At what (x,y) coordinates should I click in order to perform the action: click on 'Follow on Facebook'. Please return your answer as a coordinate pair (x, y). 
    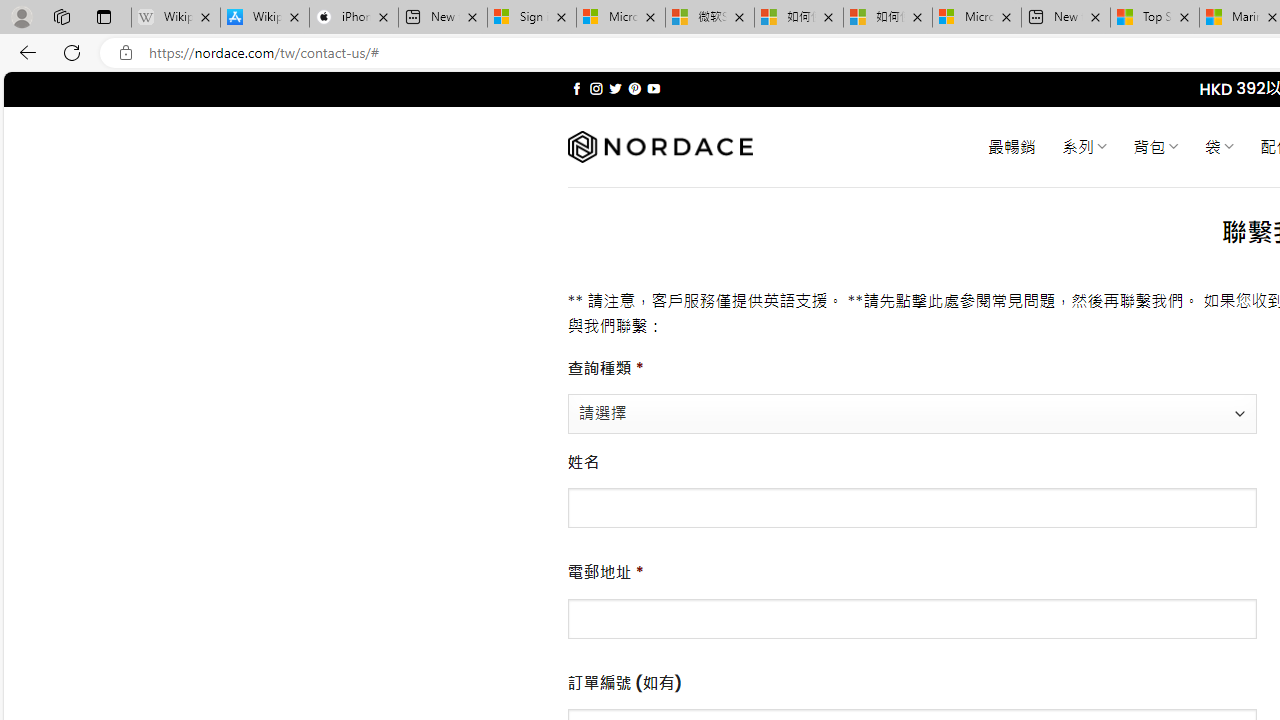
    Looking at the image, I should click on (576, 88).